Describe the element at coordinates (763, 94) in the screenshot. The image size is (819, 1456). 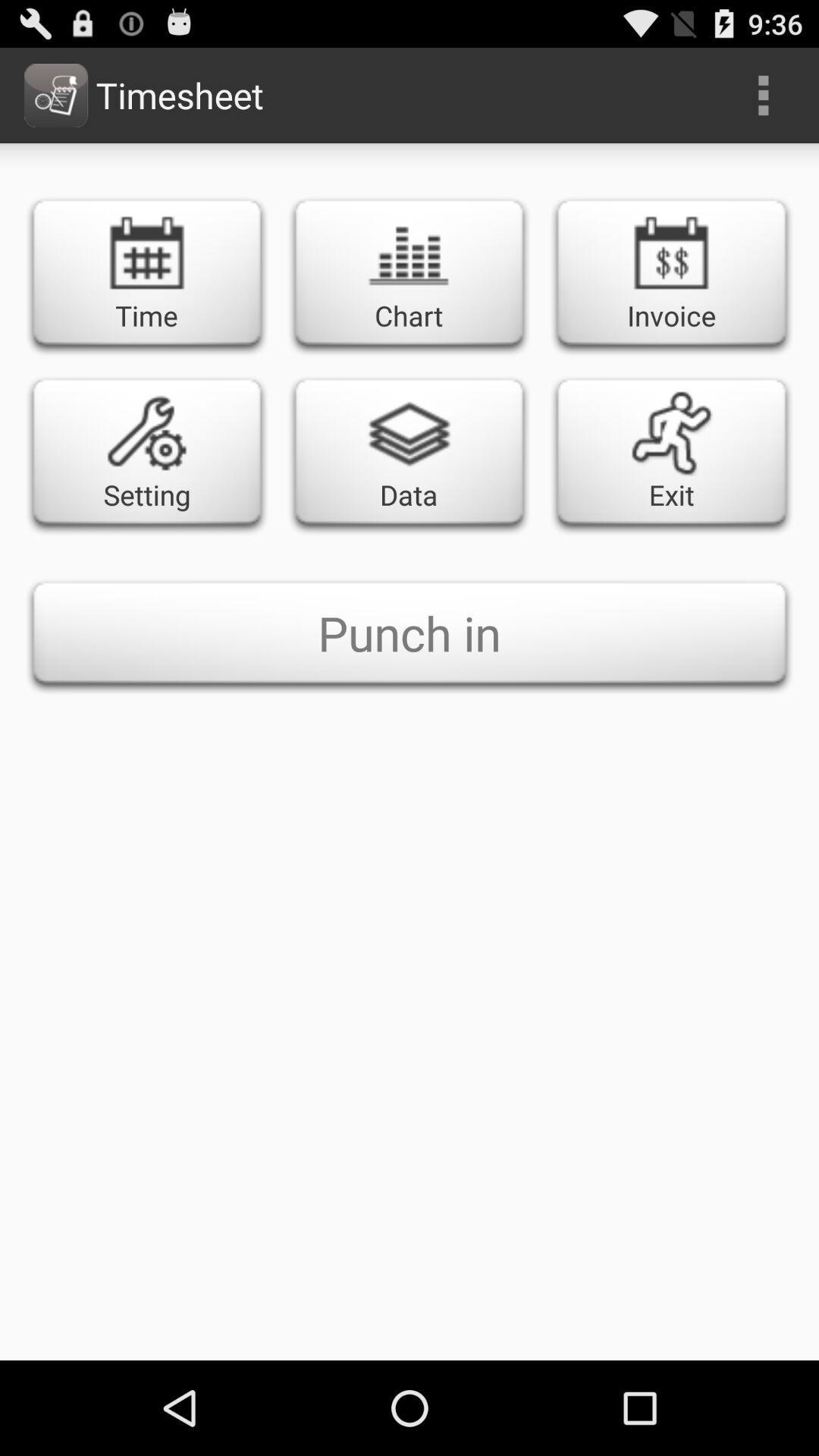
I see `the item to the right of the timesheet item` at that location.